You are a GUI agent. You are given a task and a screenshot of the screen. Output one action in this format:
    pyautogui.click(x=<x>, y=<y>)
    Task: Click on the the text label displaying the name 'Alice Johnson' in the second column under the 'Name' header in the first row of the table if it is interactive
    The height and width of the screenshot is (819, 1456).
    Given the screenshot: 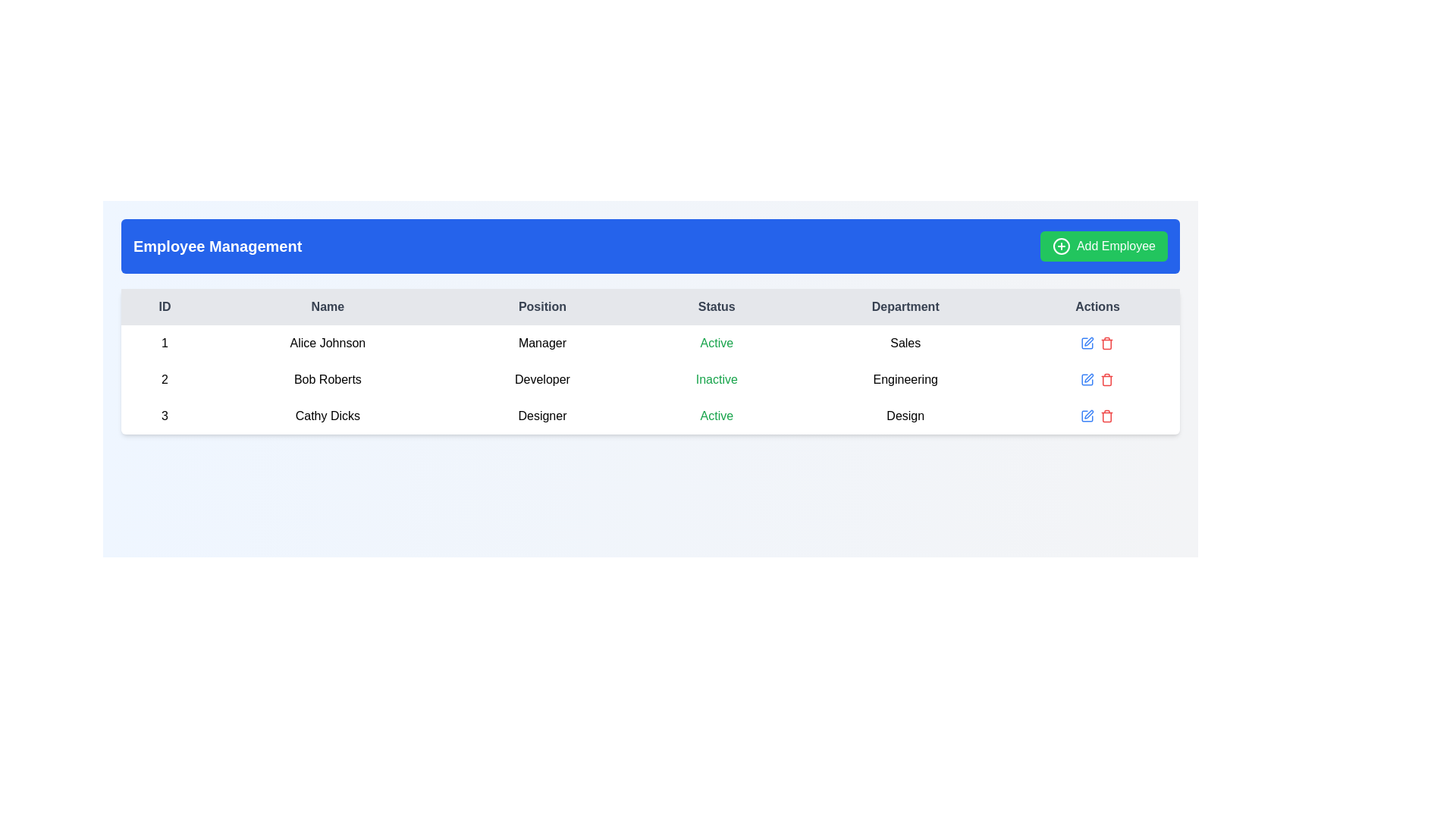 What is the action you would take?
    pyautogui.click(x=327, y=343)
    